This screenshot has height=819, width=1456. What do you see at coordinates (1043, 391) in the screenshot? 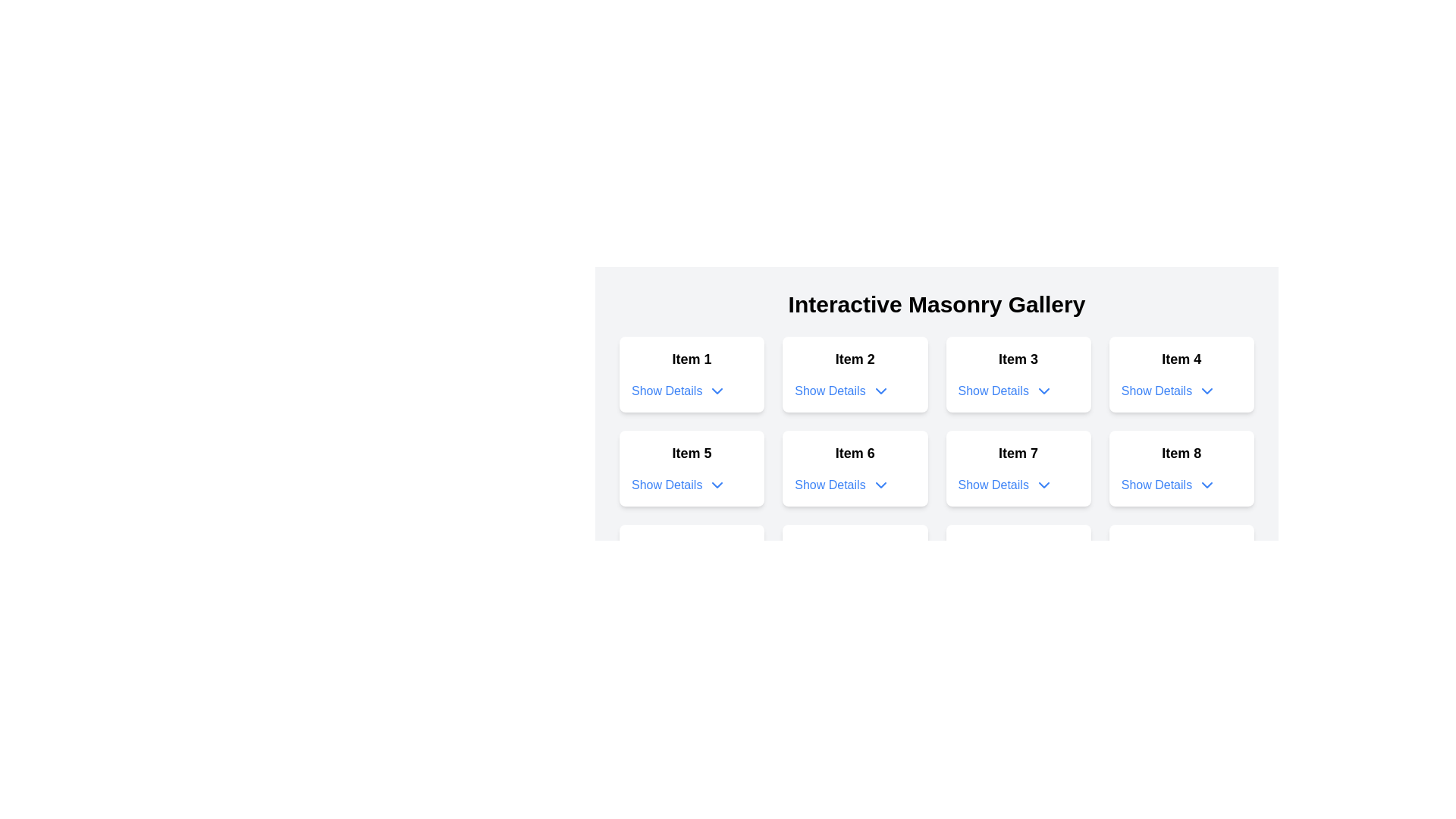
I see `the collapsible/expandable icon located to the right of 'Show Details' for 'Item 3' in the top row, third column of the grid` at bounding box center [1043, 391].